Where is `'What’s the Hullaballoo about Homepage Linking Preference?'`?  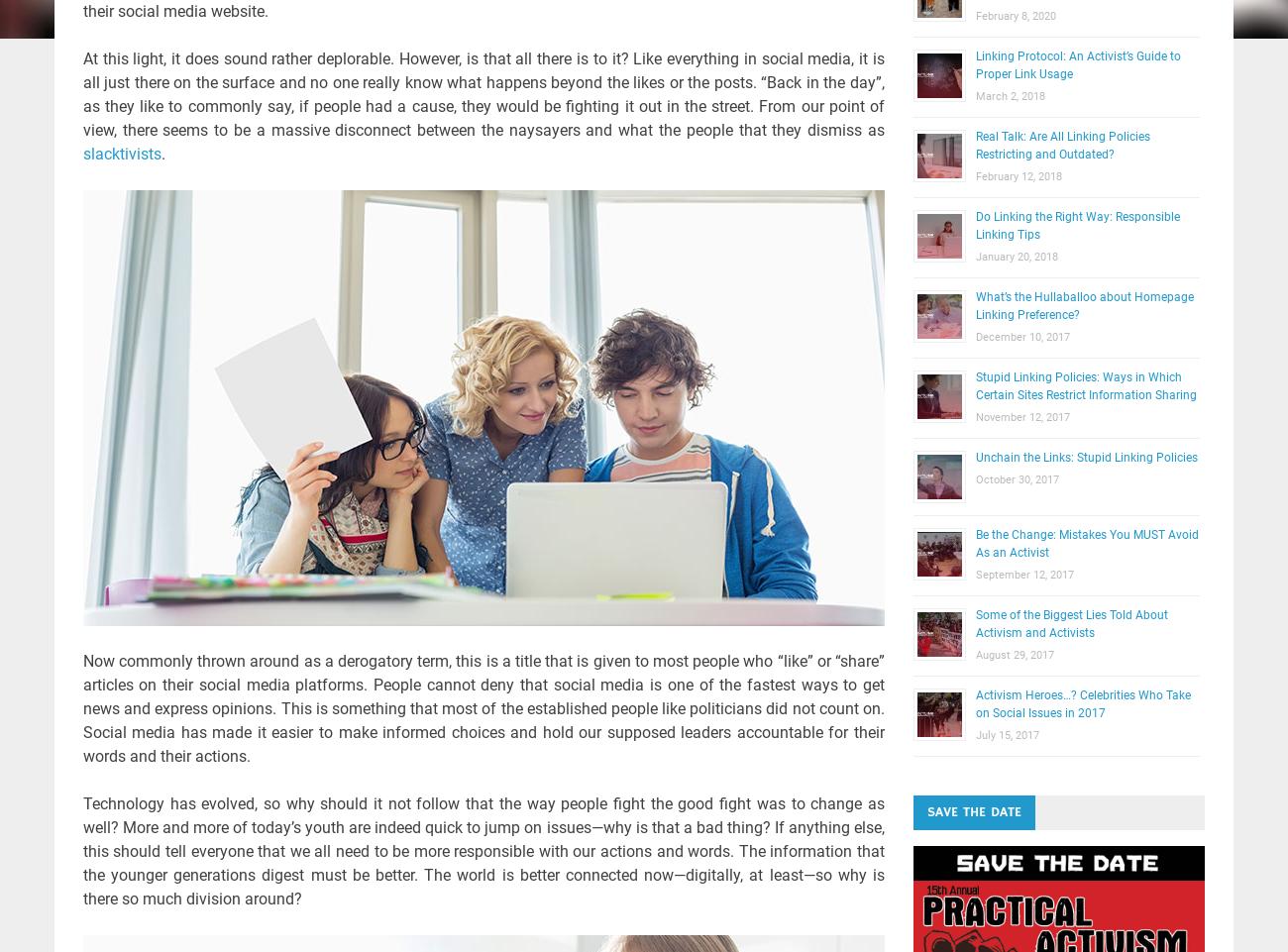 'What’s the Hullaballoo about Homepage Linking Preference?' is located at coordinates (1082, 305).